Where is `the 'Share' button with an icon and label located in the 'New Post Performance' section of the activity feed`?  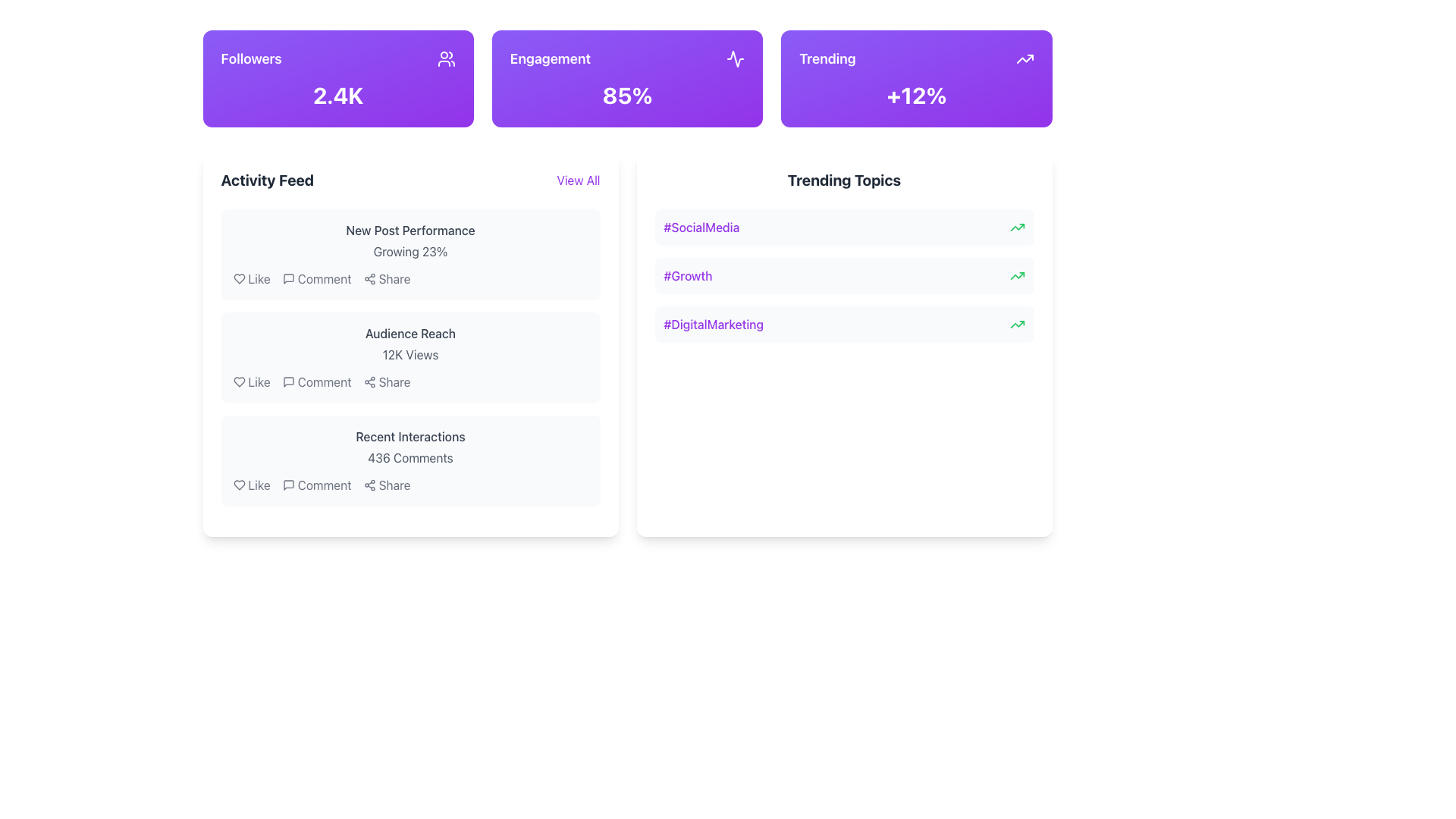
the 'Share' button with an icon and label located in the 'New Post Performance' section of the activity feed is located at coordinates (387, 278).